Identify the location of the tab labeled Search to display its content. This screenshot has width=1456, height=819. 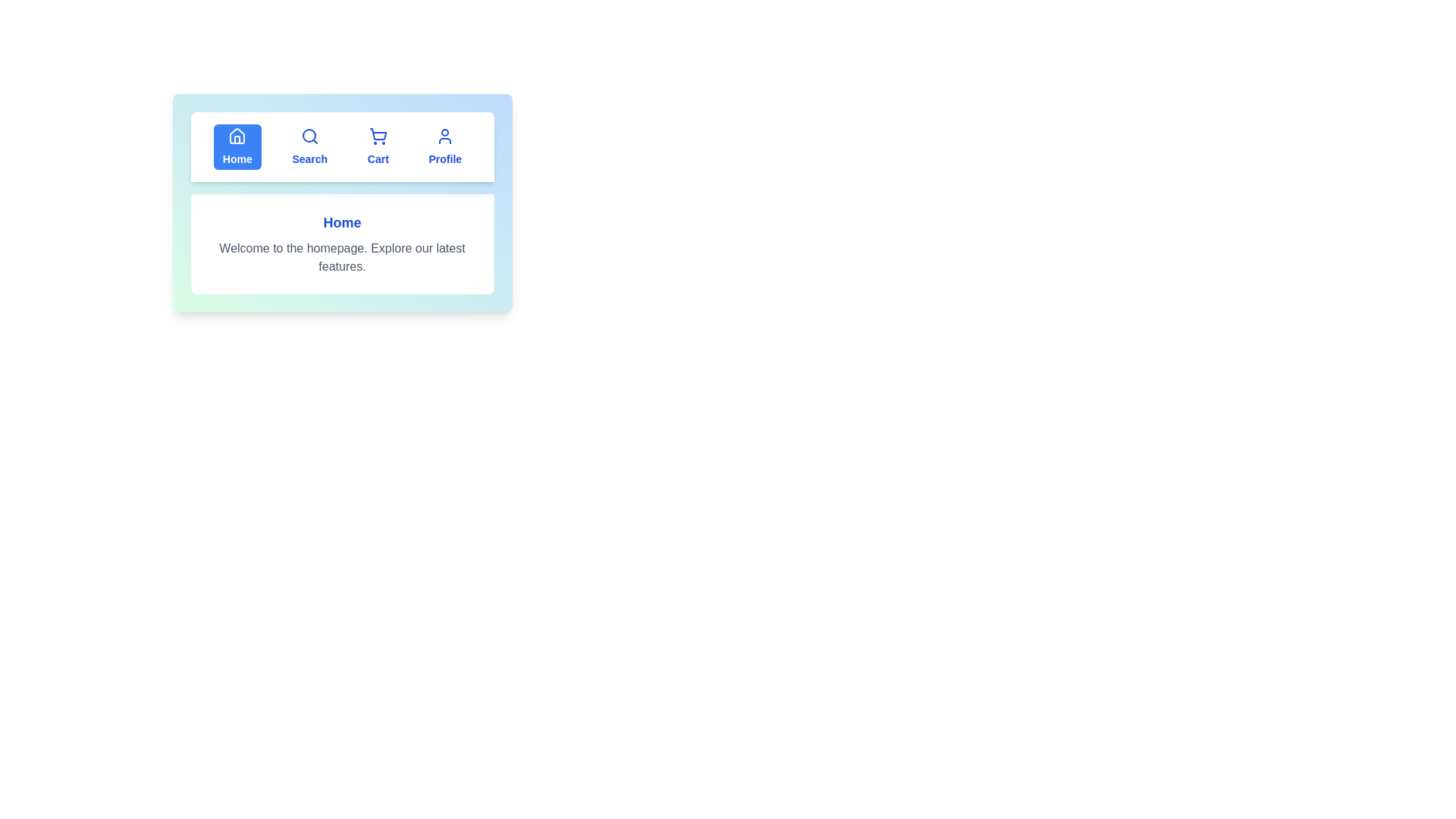
(309, 146).